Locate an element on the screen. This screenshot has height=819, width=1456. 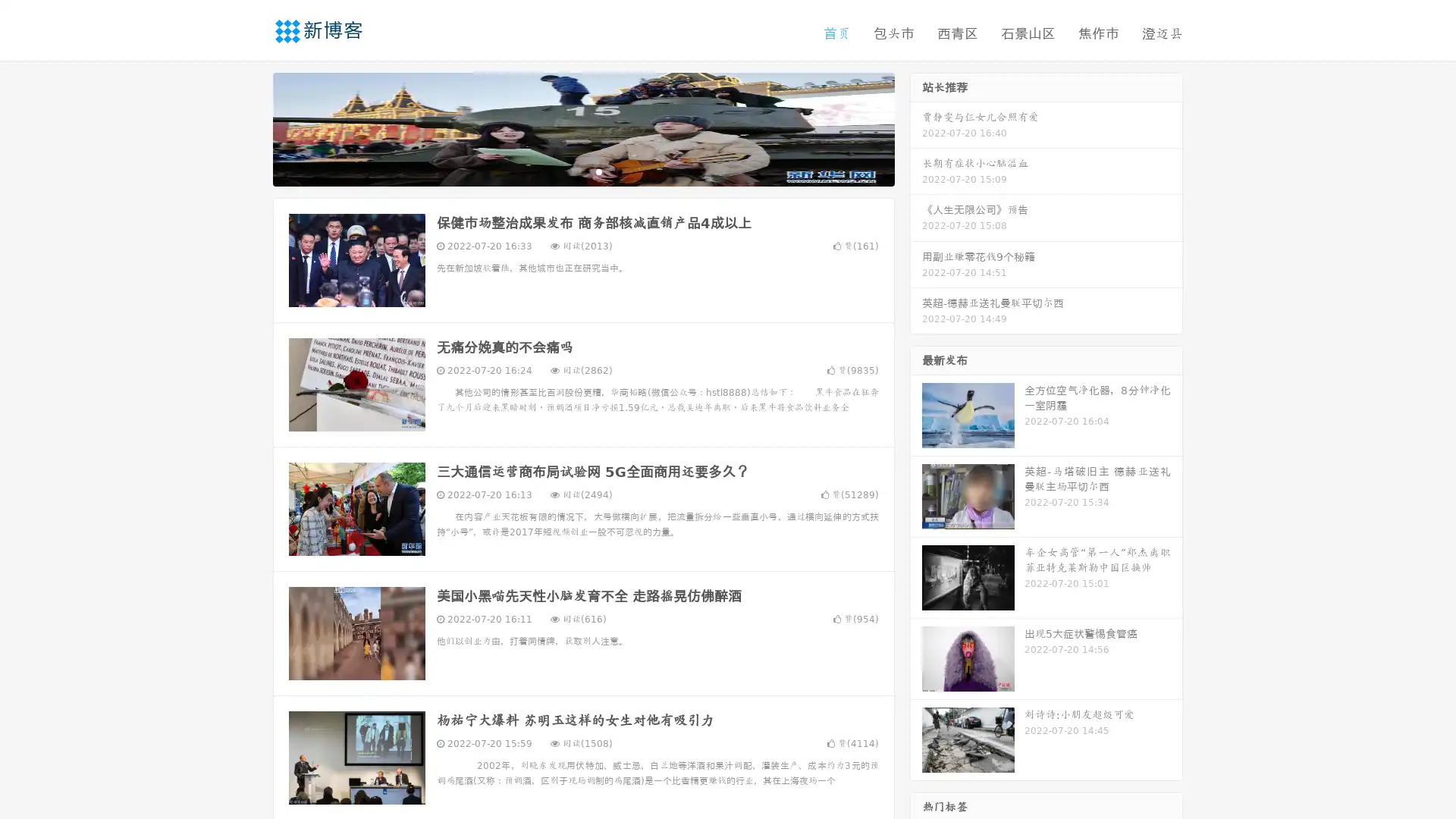
Go to slide 3 is located at coordinates (598, 171).